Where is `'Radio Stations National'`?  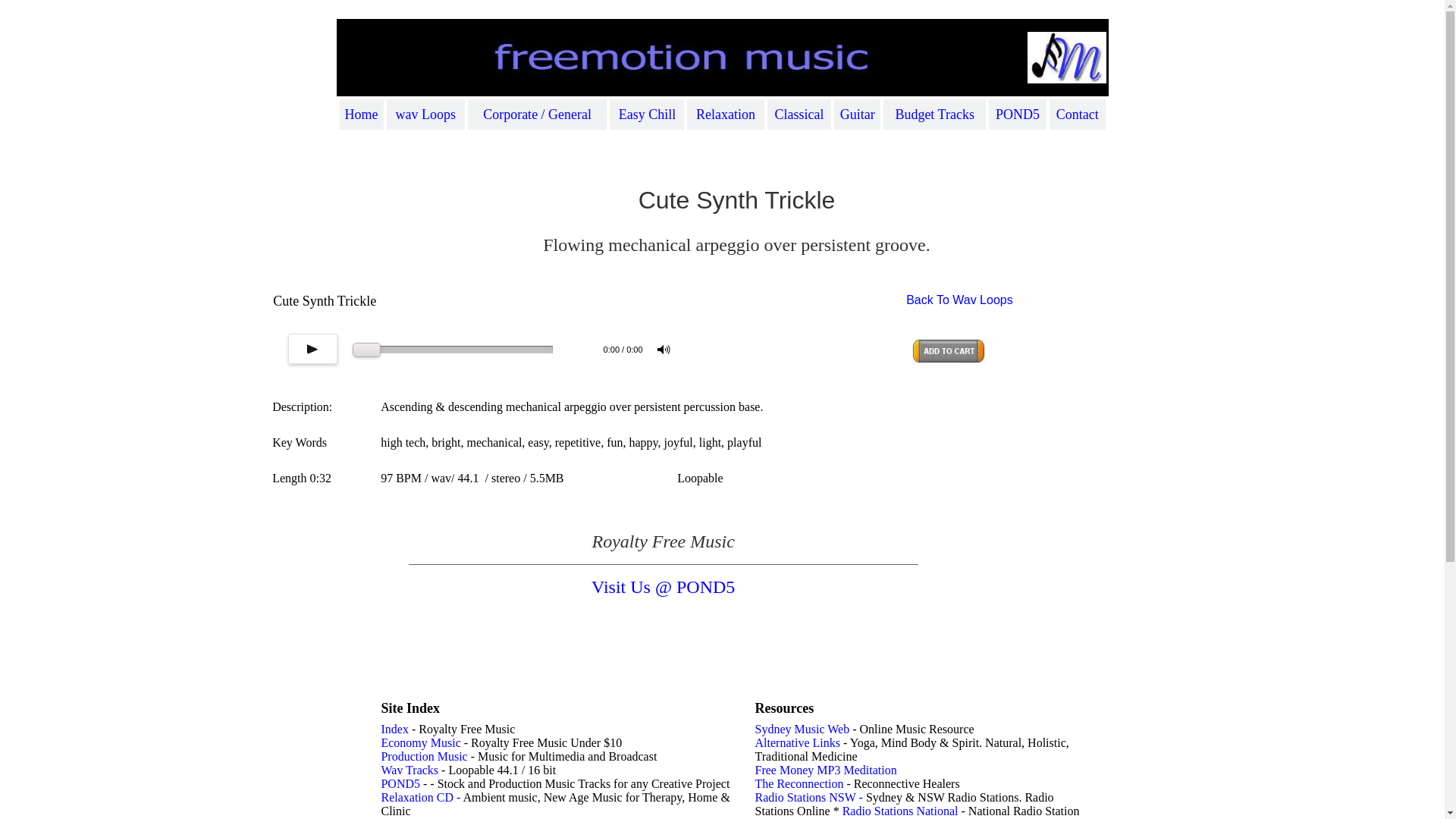
'Radio Stations National' is located at coordinates (900, 810).